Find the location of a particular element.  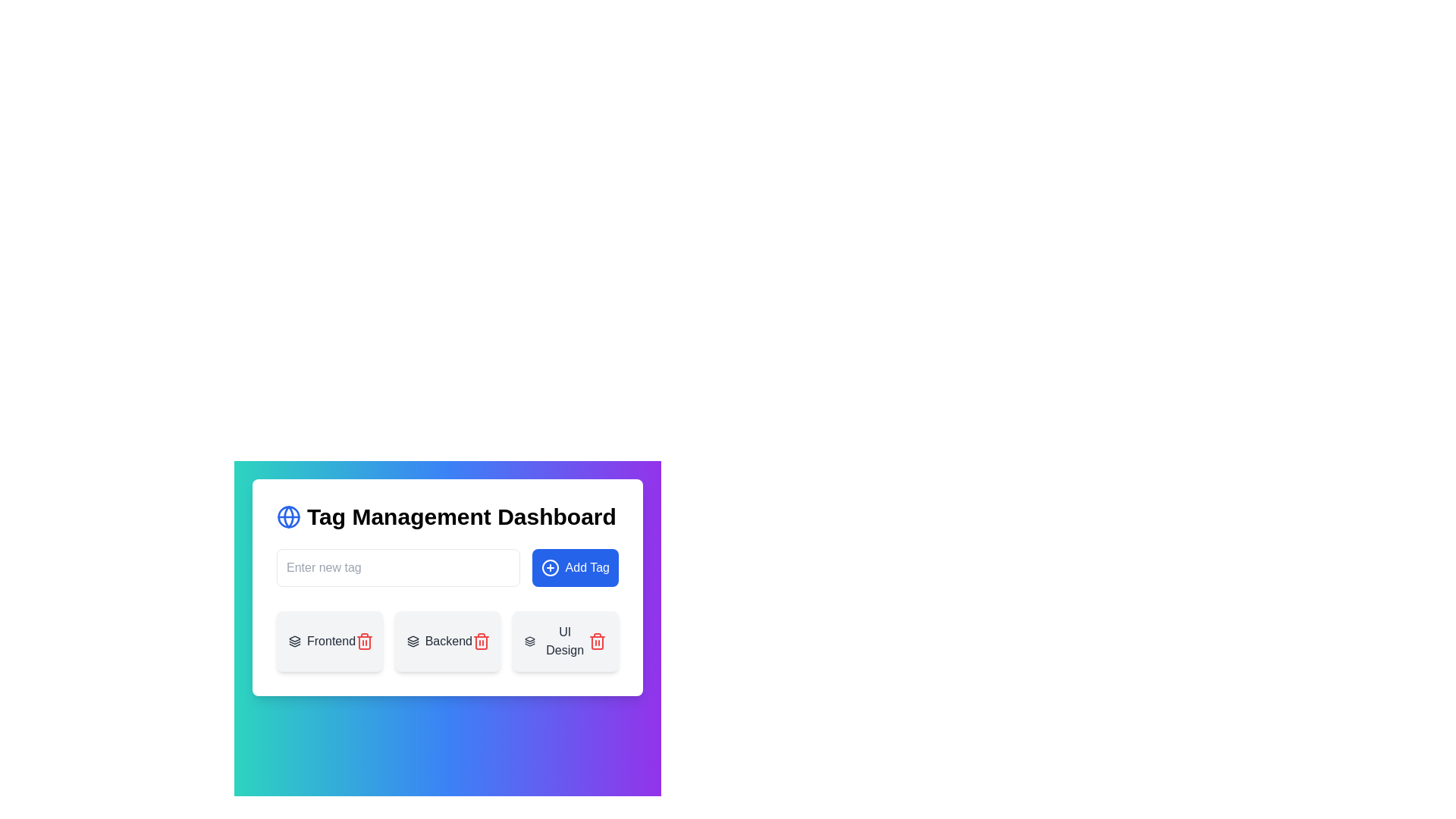

the delete button located at the bottom-right section of the 'UI Design' card is located at coordinates (596, 641).